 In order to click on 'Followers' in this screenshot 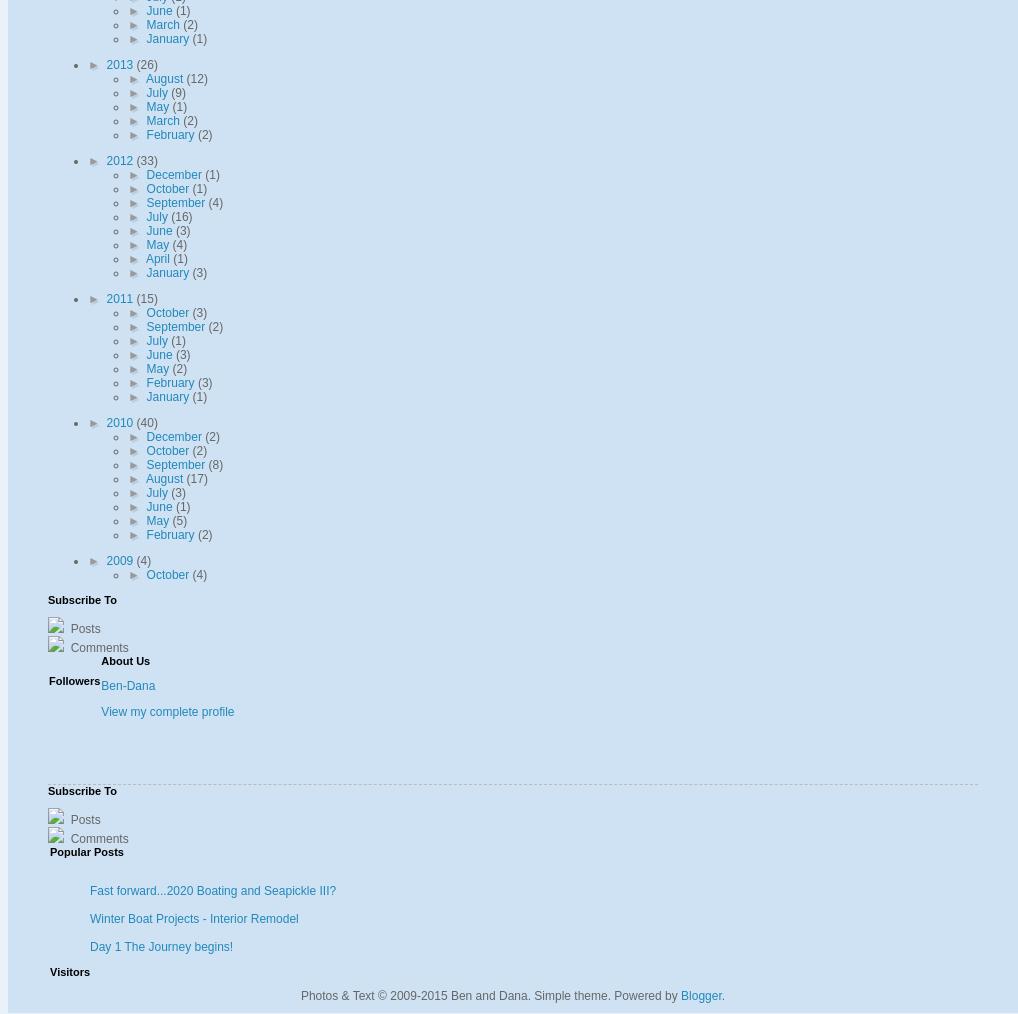, I will do `click(74, 680)`.